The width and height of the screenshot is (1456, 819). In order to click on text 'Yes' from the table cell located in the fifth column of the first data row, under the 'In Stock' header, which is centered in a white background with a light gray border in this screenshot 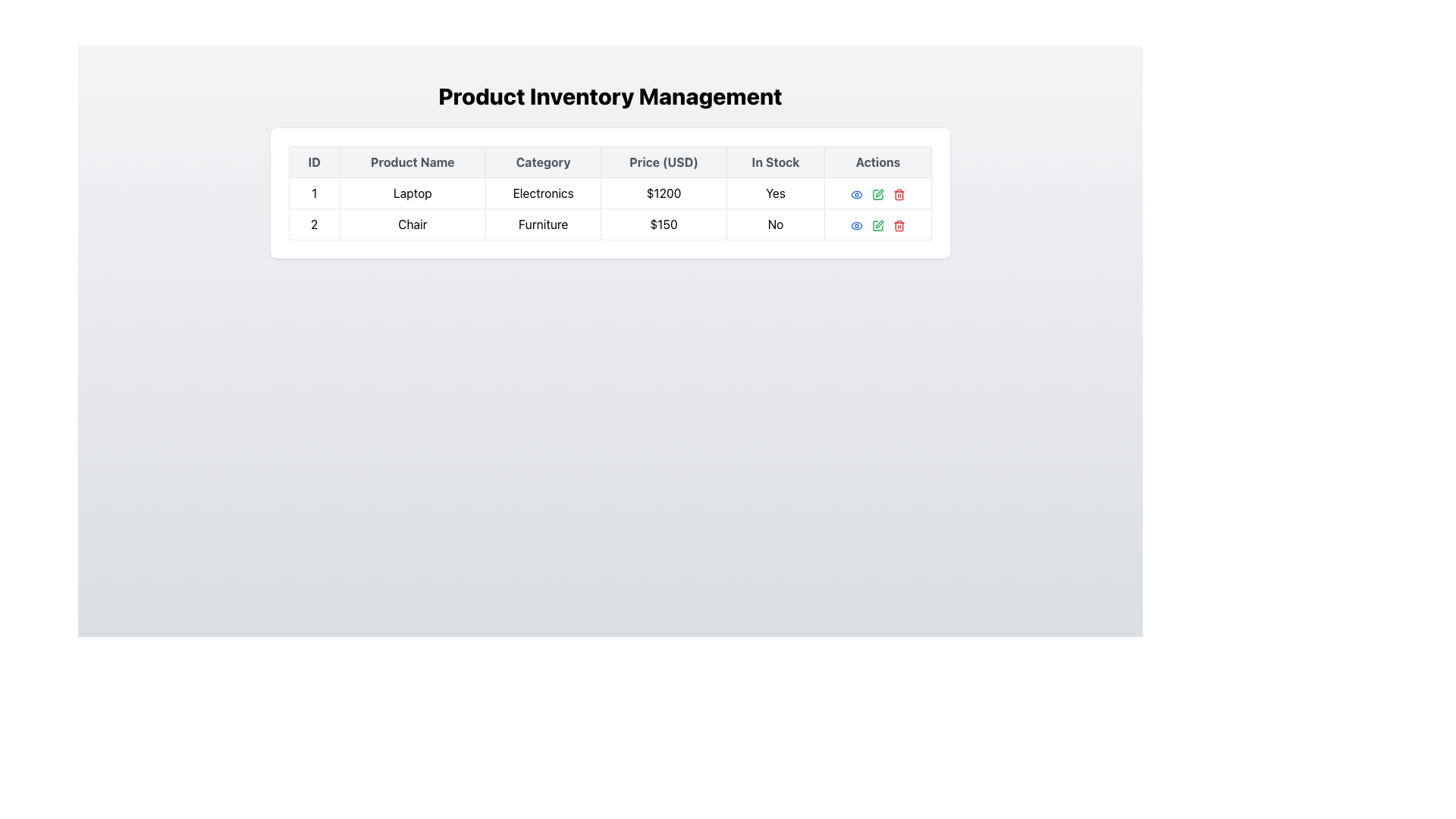, I will do `click(775, 192)`.